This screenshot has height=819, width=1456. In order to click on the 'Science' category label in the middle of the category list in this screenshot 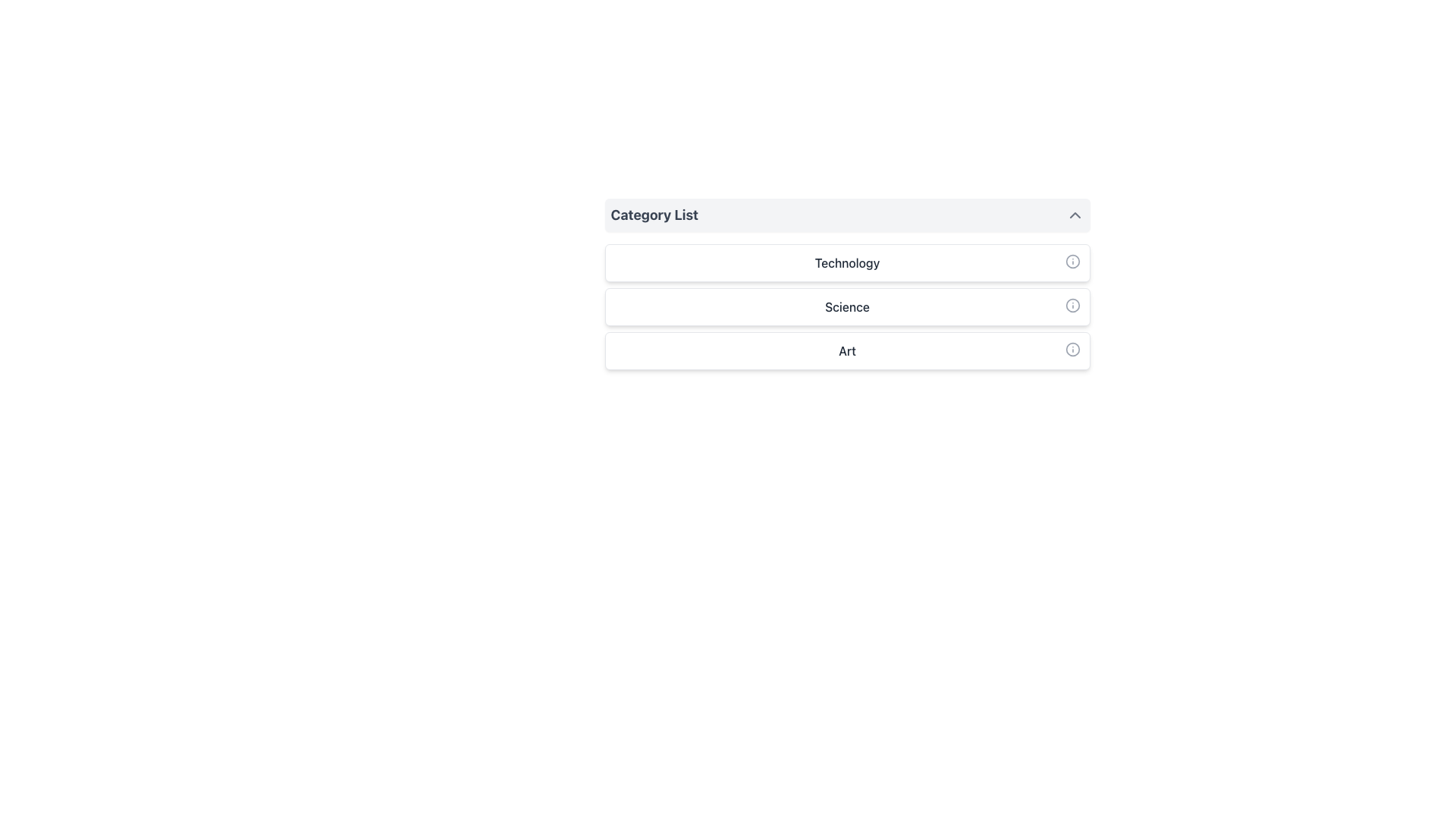, I will do `click(846, 307)`.